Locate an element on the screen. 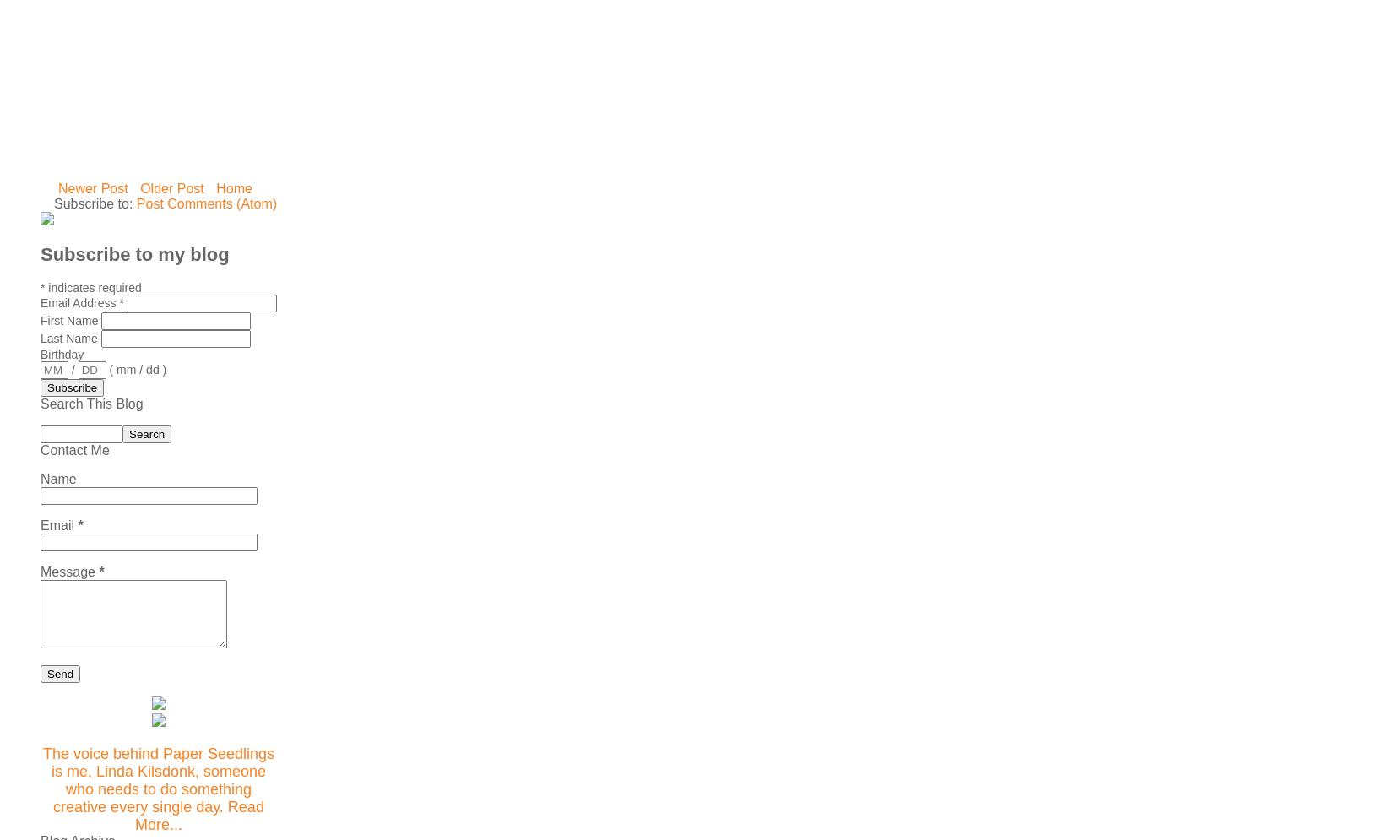  'Post Comments (Atom)' is located at coordinates (135, 203).